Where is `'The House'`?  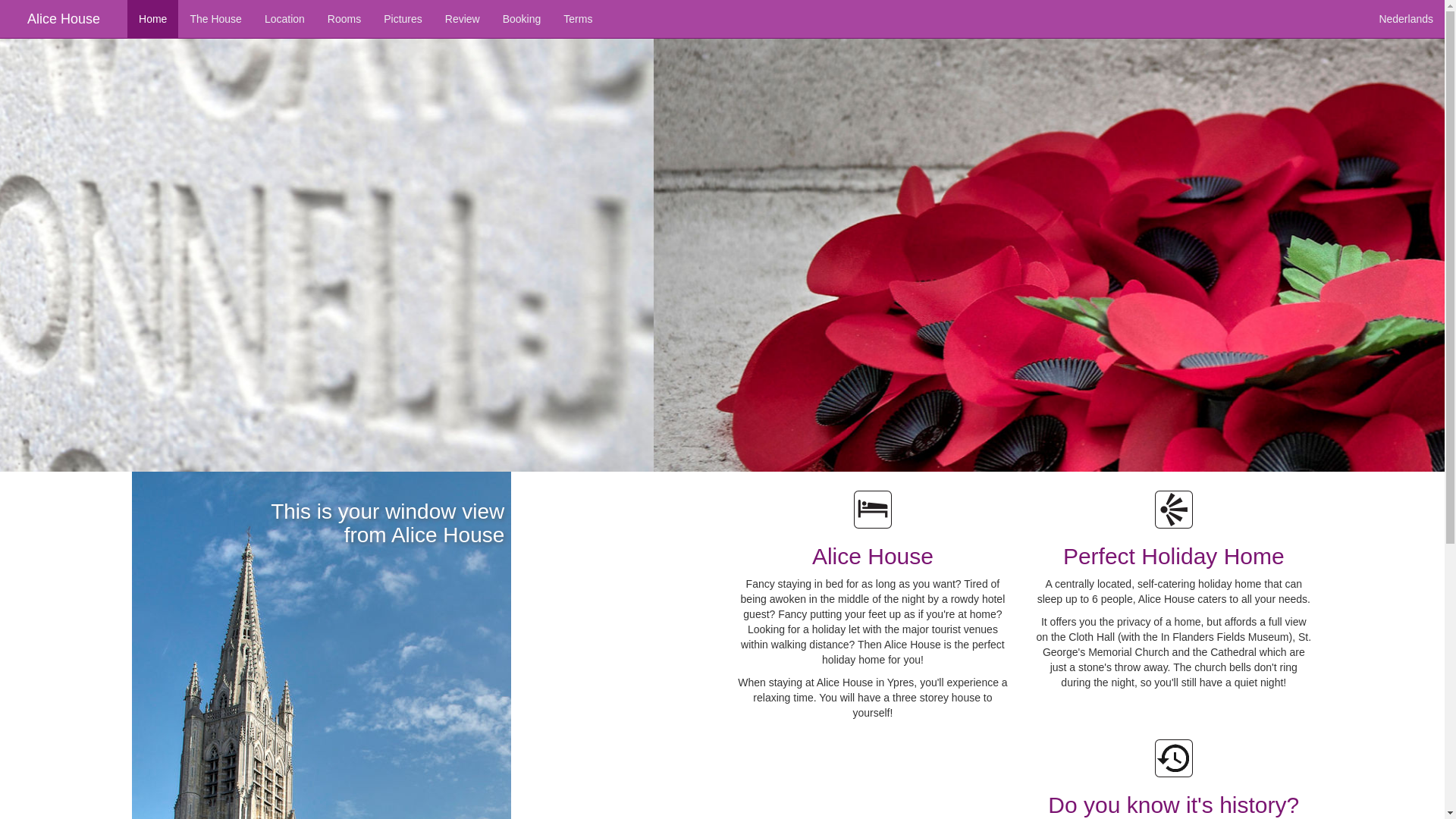
'The House' is located at coordinates (214, 18).